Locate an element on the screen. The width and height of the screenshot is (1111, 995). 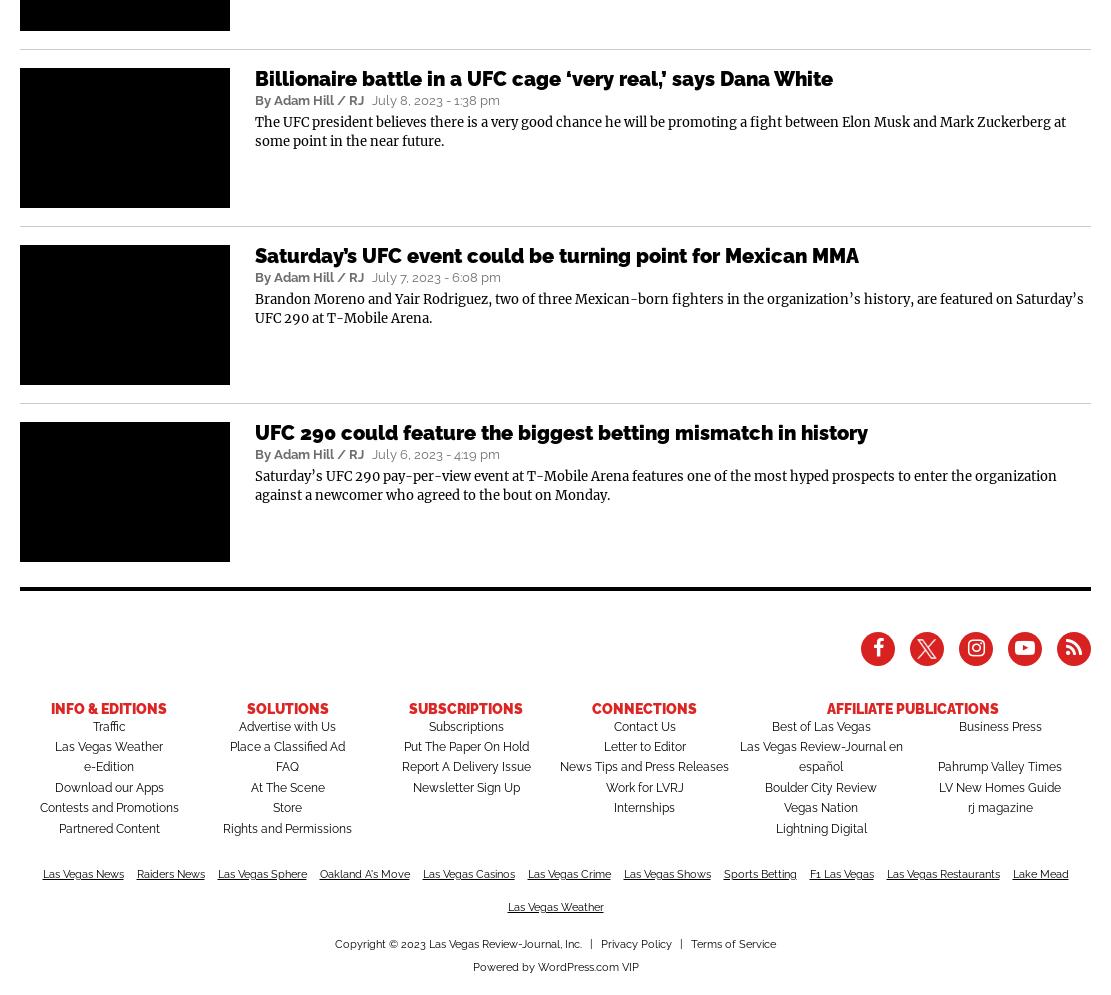
'LV New Homes Guide' is located at coordinates (1000, 787).